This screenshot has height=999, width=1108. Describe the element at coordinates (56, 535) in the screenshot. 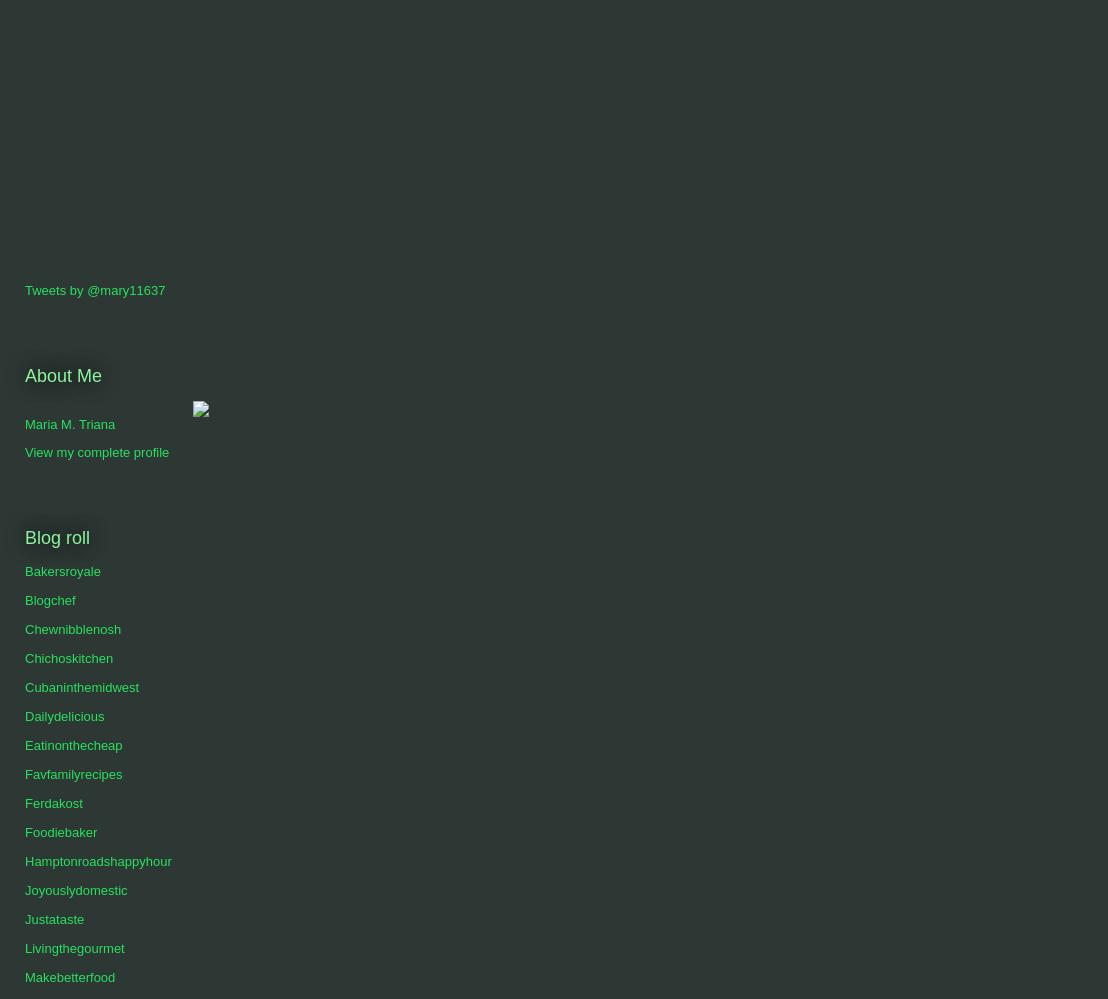

I see `'Blog roll'` at that location.